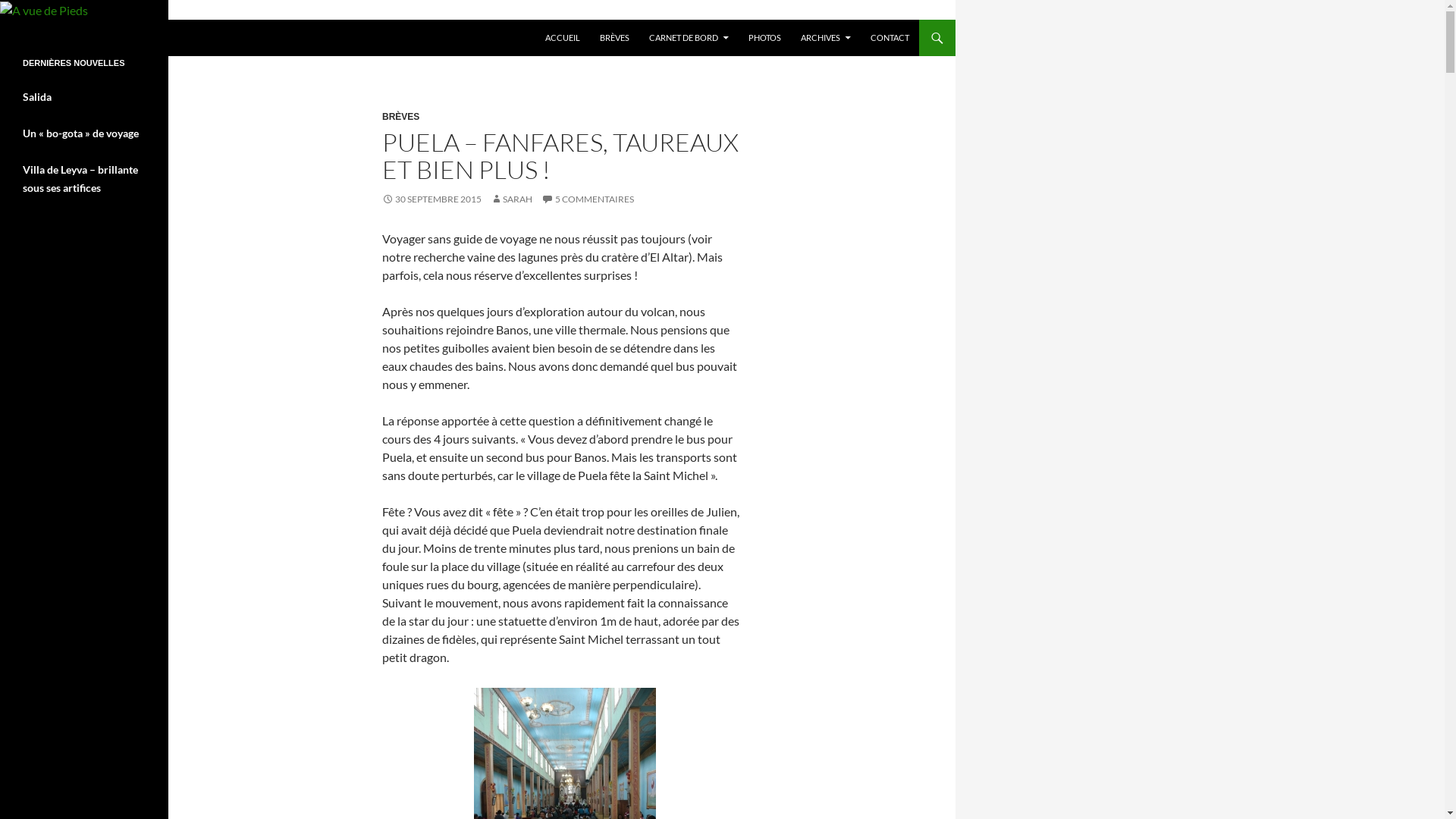  Describe the element at coordinates (65, 37) in the screenshot. I see `'A vue de Pieds'` at that location.